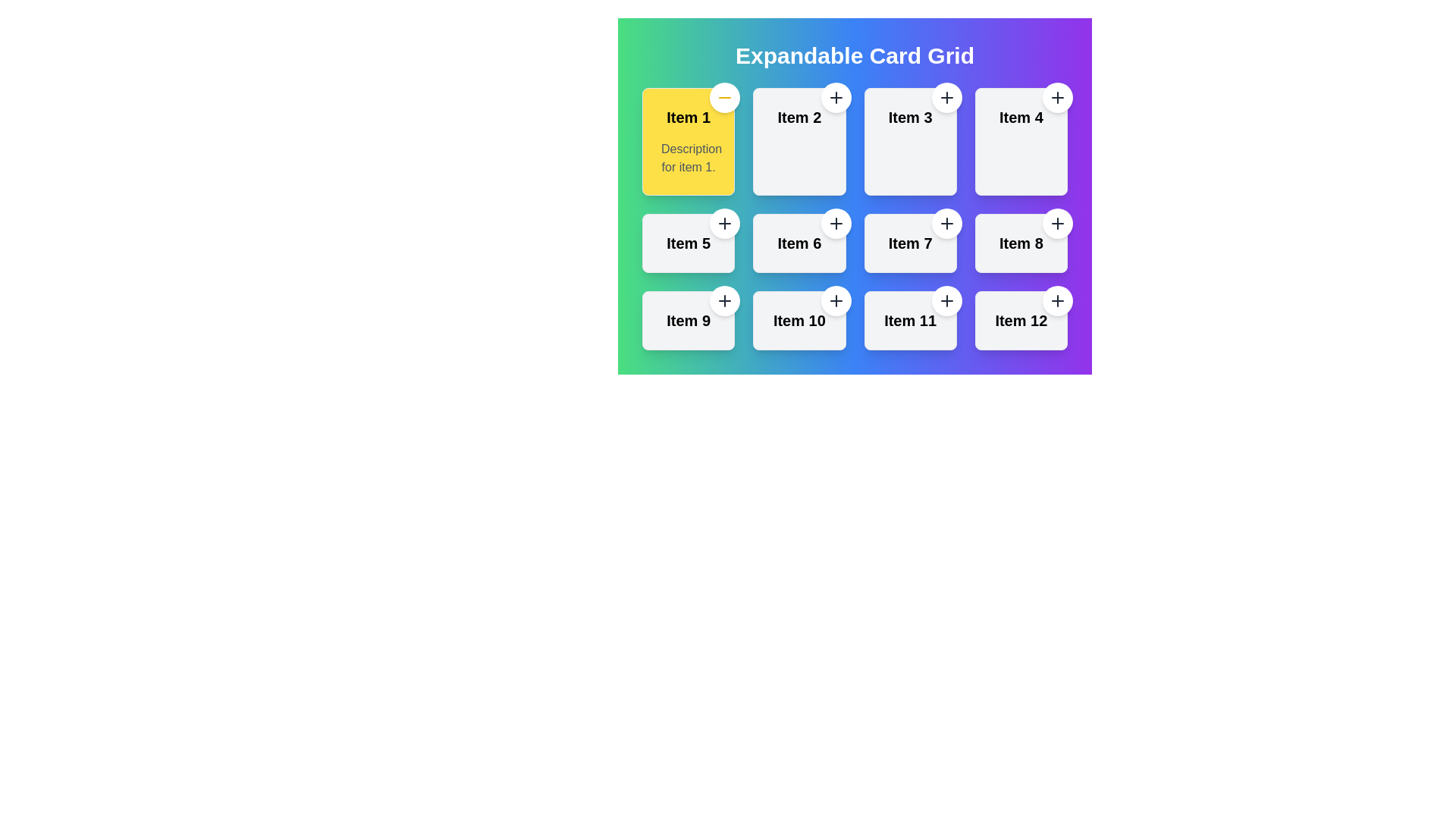 This screenshot has height=819, width=1456. What do you see at coordinates (835, 301) in the screenshot?
I see `the button located at the top-right corner of the card labeled 'Item 10'` at bounding box center [835, 301].